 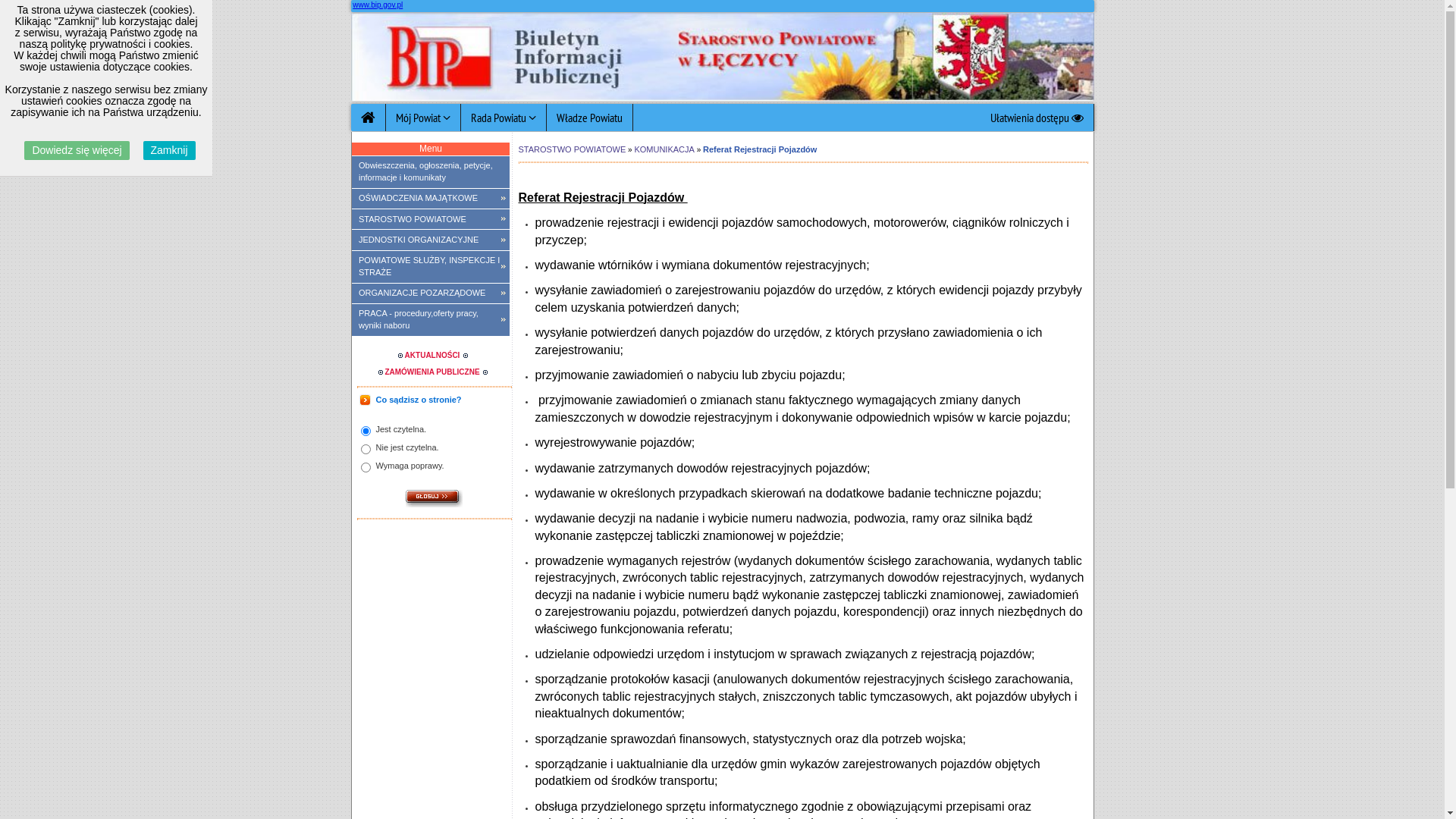 I want to click on 'KOMUNIKACJA', so click(x=664, y=149).